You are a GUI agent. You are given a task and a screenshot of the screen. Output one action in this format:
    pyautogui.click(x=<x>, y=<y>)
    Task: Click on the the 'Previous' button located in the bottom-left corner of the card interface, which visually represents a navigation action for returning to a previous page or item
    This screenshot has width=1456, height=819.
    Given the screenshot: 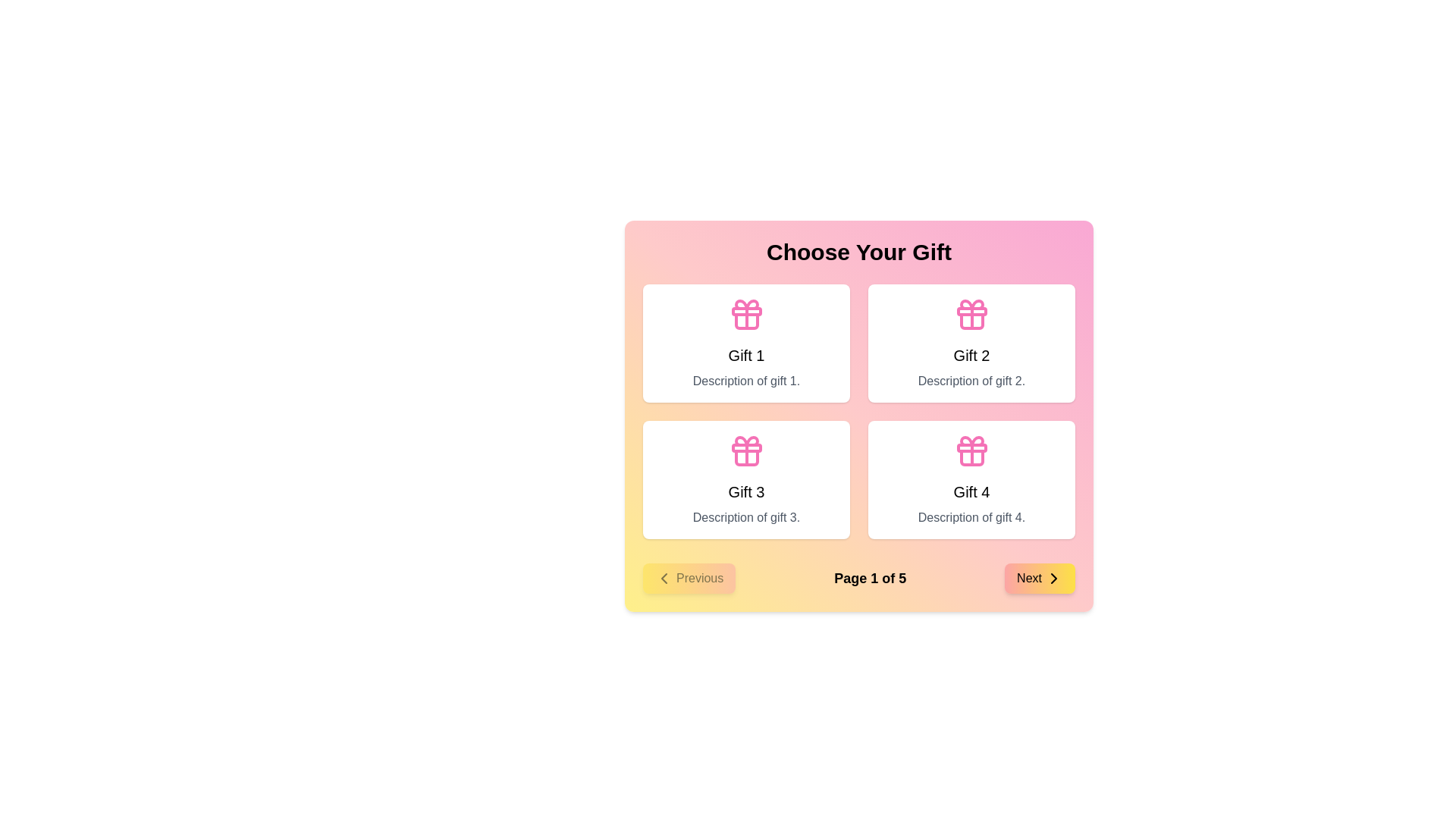 What is the action you would take?
    pyautogui.click(x=664, y=579)
    